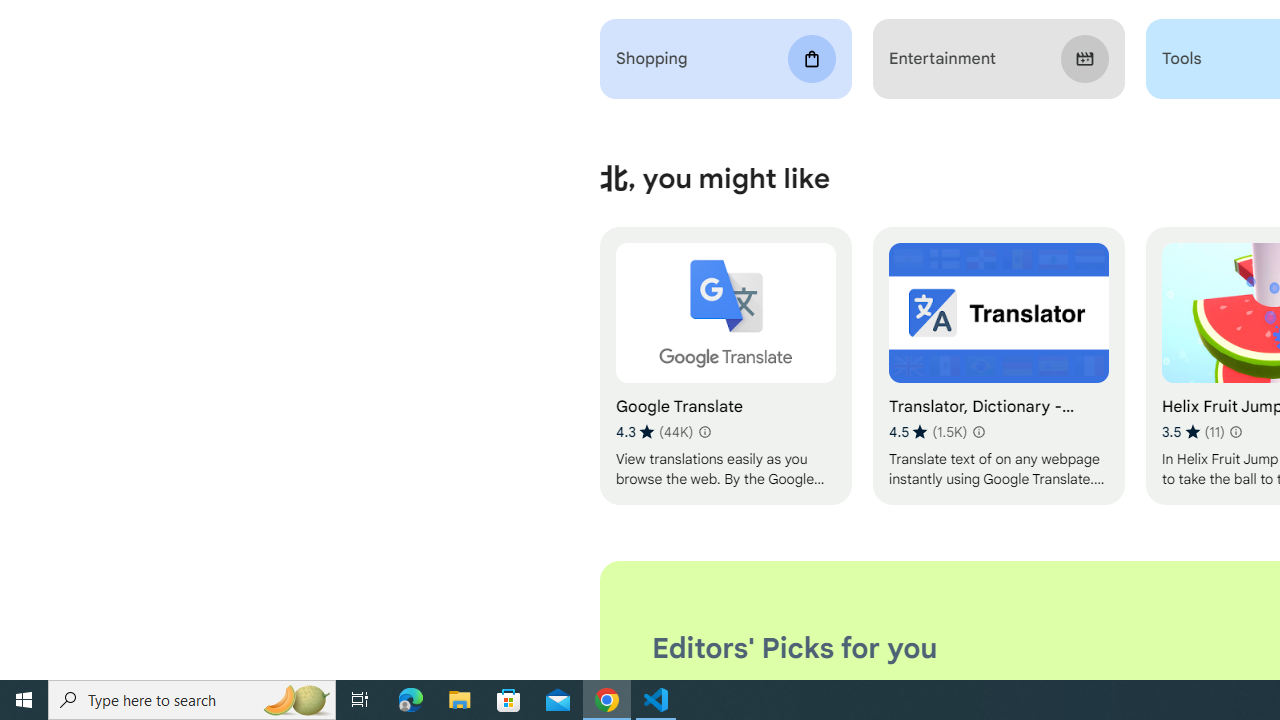  Describe the element at coordinates (998, 58) in the screenshot. I see `'Entertainment'` at that location.